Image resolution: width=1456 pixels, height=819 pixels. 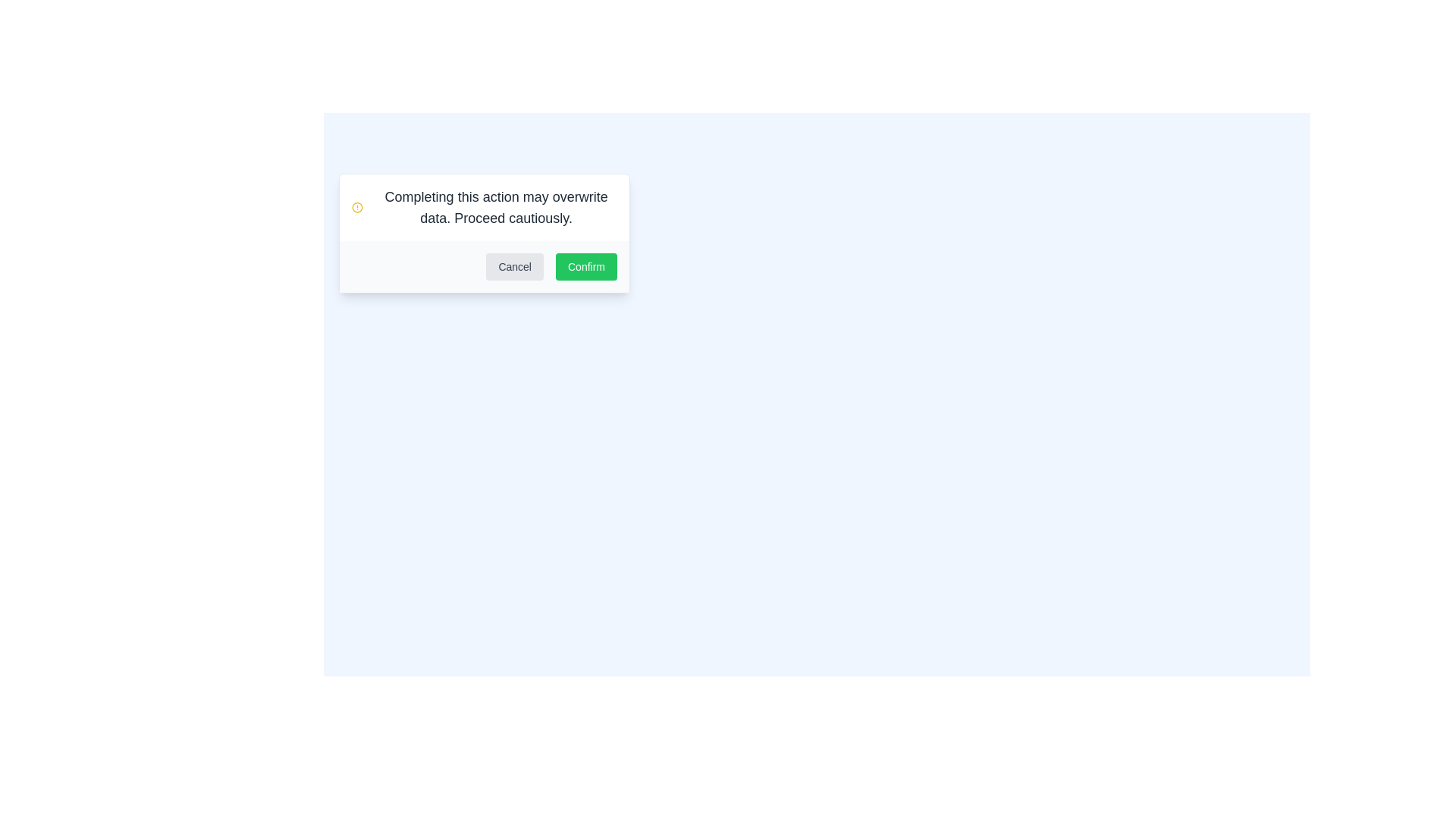 I want to click on the 'Confirm' button with a green background located in the bottom-right corner of the modal dialog box to confirm the action, so click(x=585, y=265).